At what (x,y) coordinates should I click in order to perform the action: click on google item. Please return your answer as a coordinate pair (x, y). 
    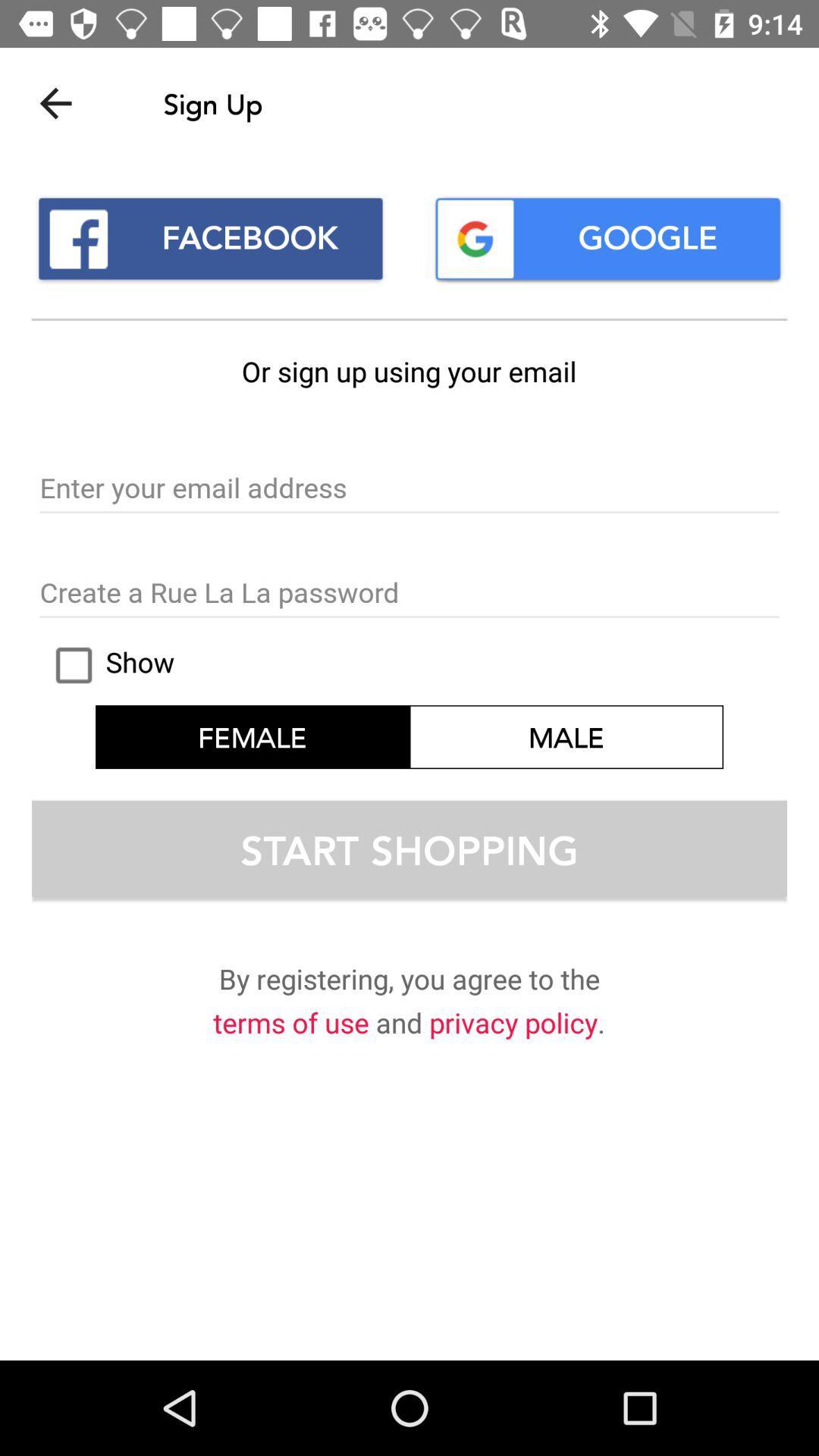
    Looking at the image, I should click on (607, 238).